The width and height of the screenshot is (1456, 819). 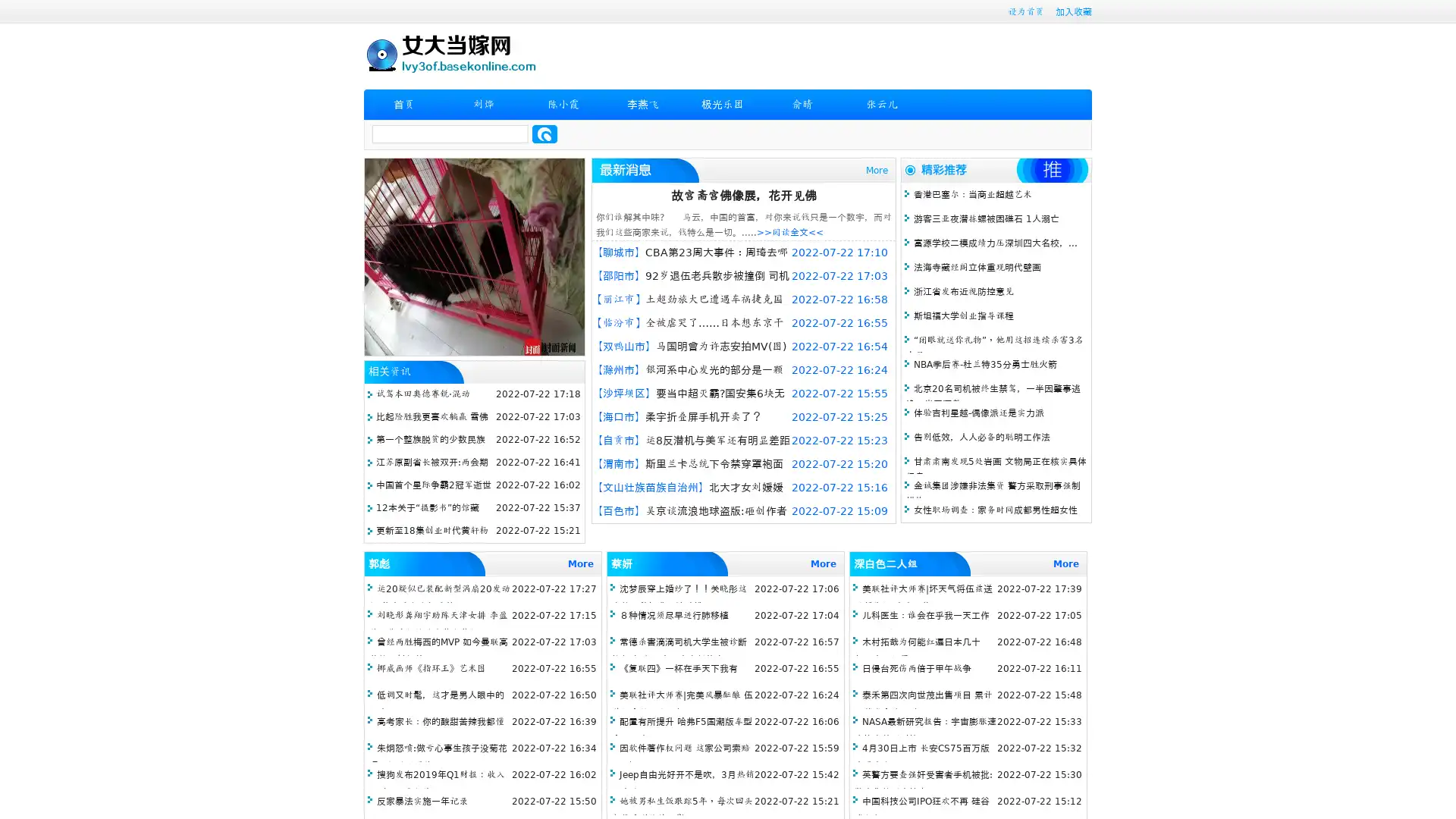 I want to click on Search, so click(x=544, y=133).